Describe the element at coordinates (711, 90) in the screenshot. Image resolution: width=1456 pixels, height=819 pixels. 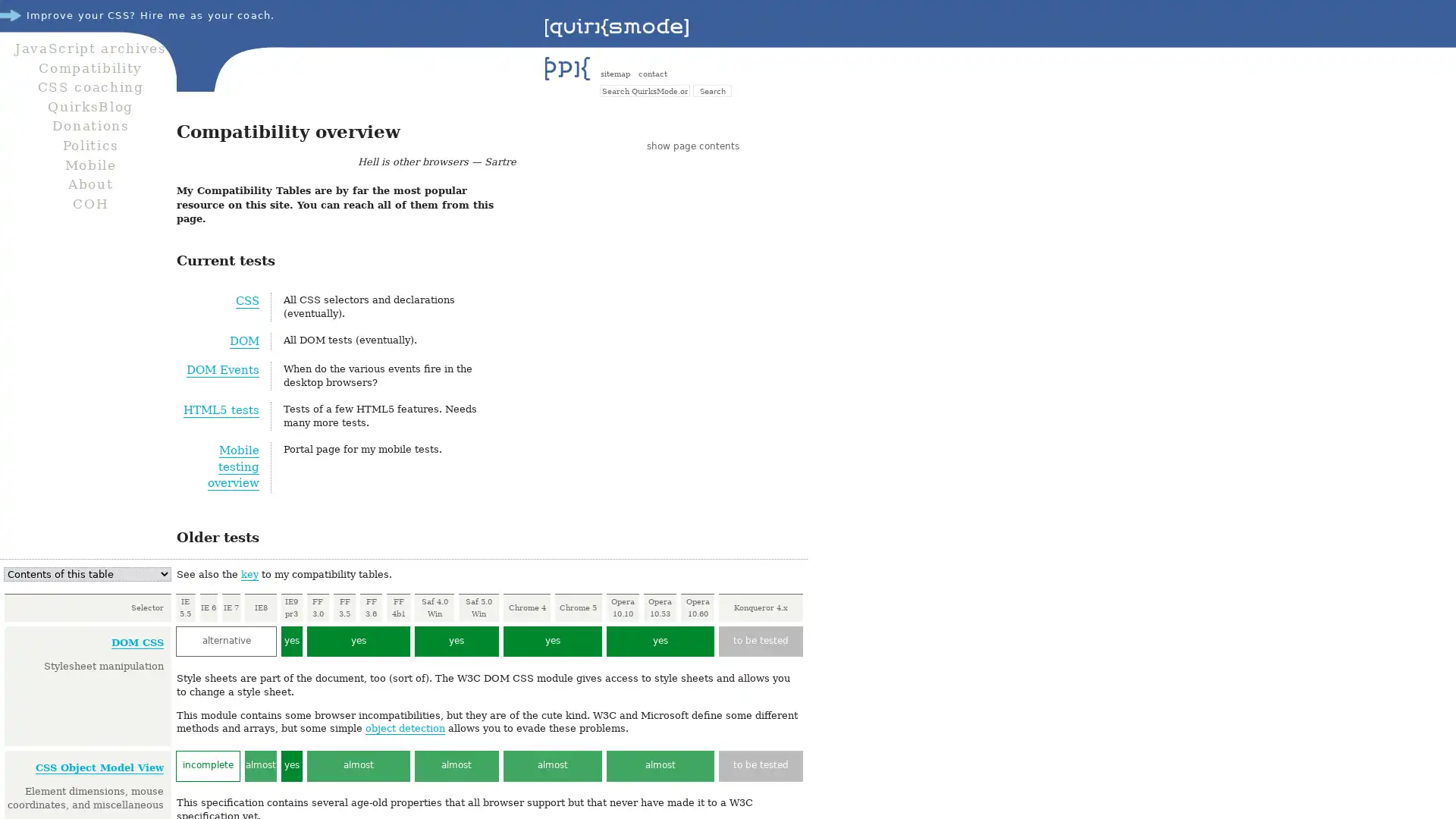
I see `Search` at that location.